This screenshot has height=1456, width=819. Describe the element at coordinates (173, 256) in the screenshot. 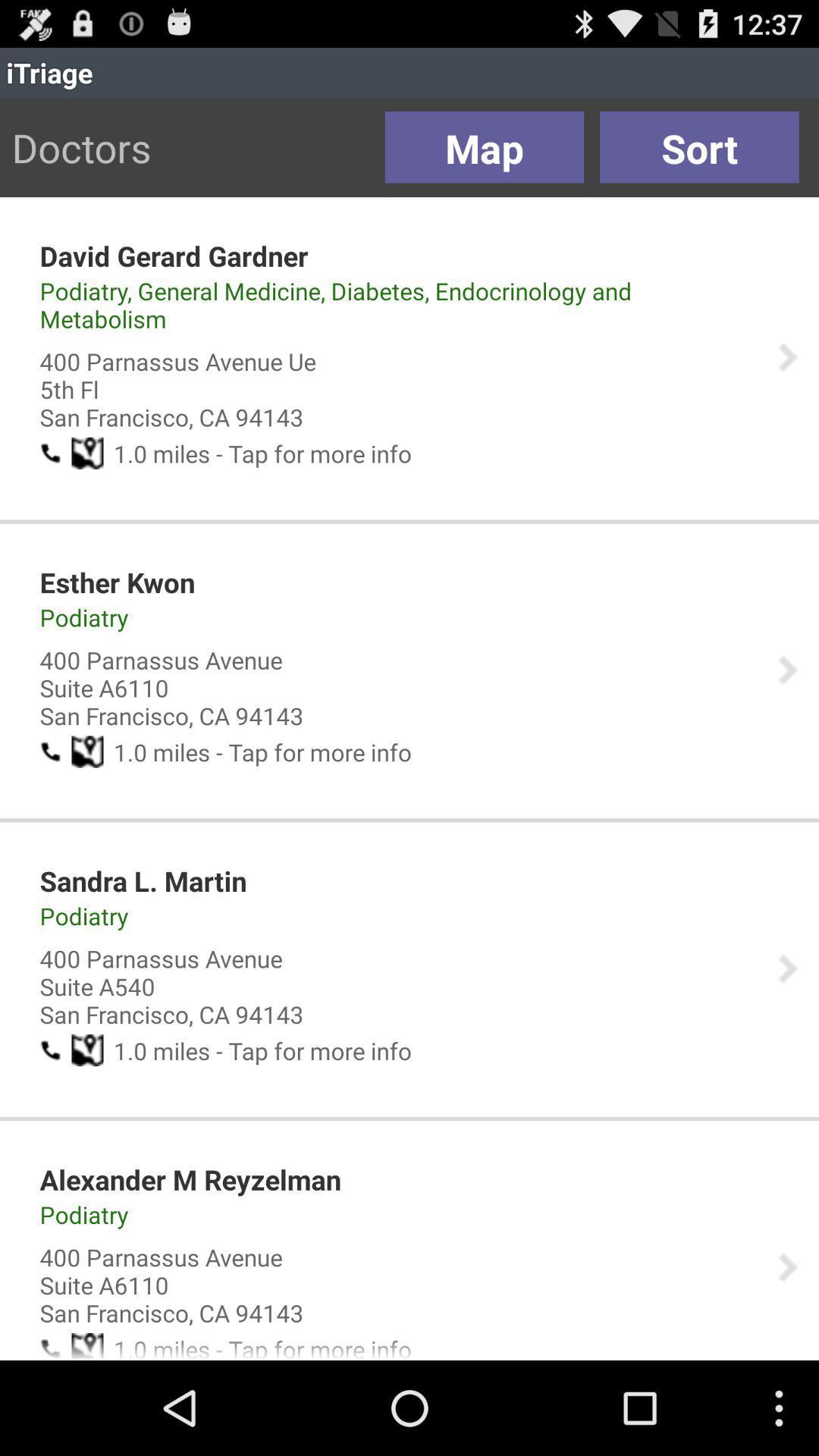

I see `the icon below doctors` at that location.